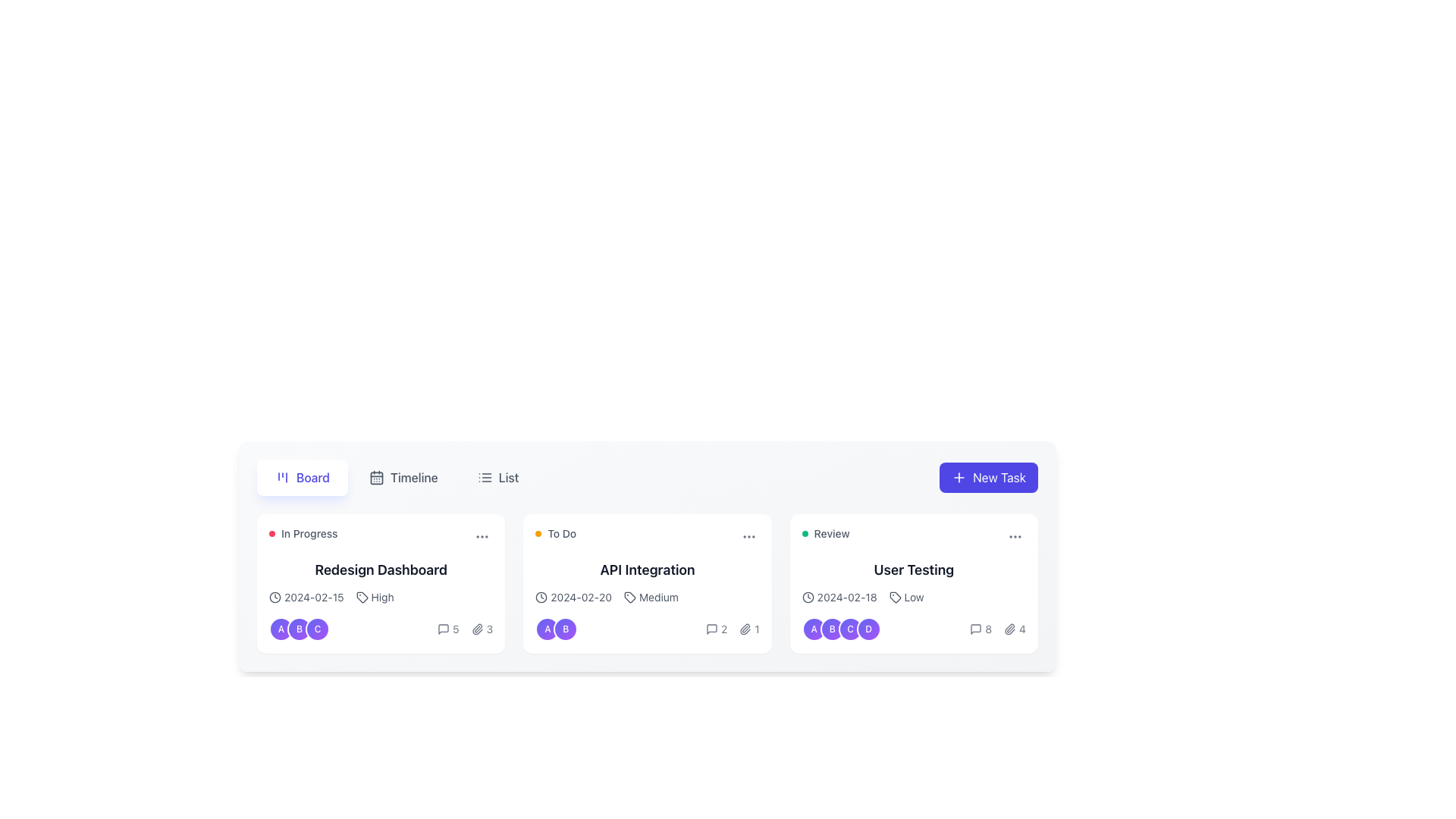 This screenshot has height=819, width=1456. Describe the element at coordinates (1015, 536) in the screenshot. I see `the Ellipsis menu icon located at the top right corner of the 'User Testing' card in the 'Review' column` at that location.